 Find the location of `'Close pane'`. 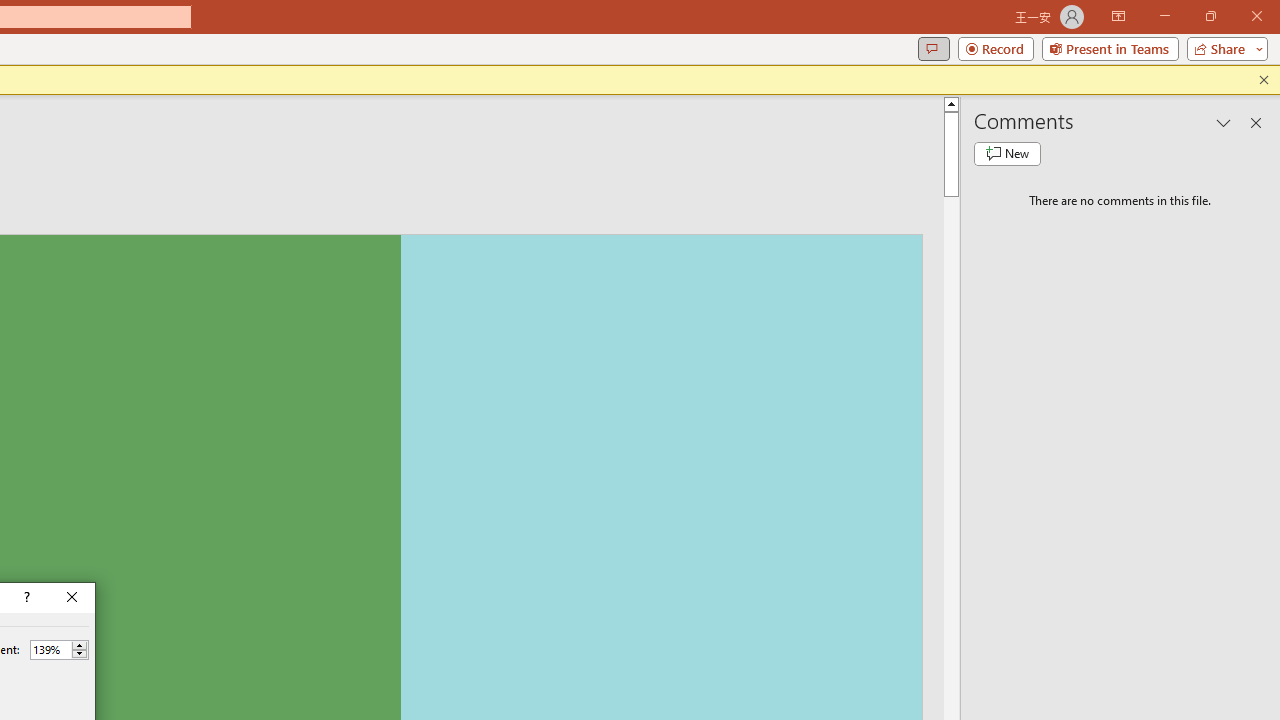

'Close pane' is located at coordinates (1255, 123).